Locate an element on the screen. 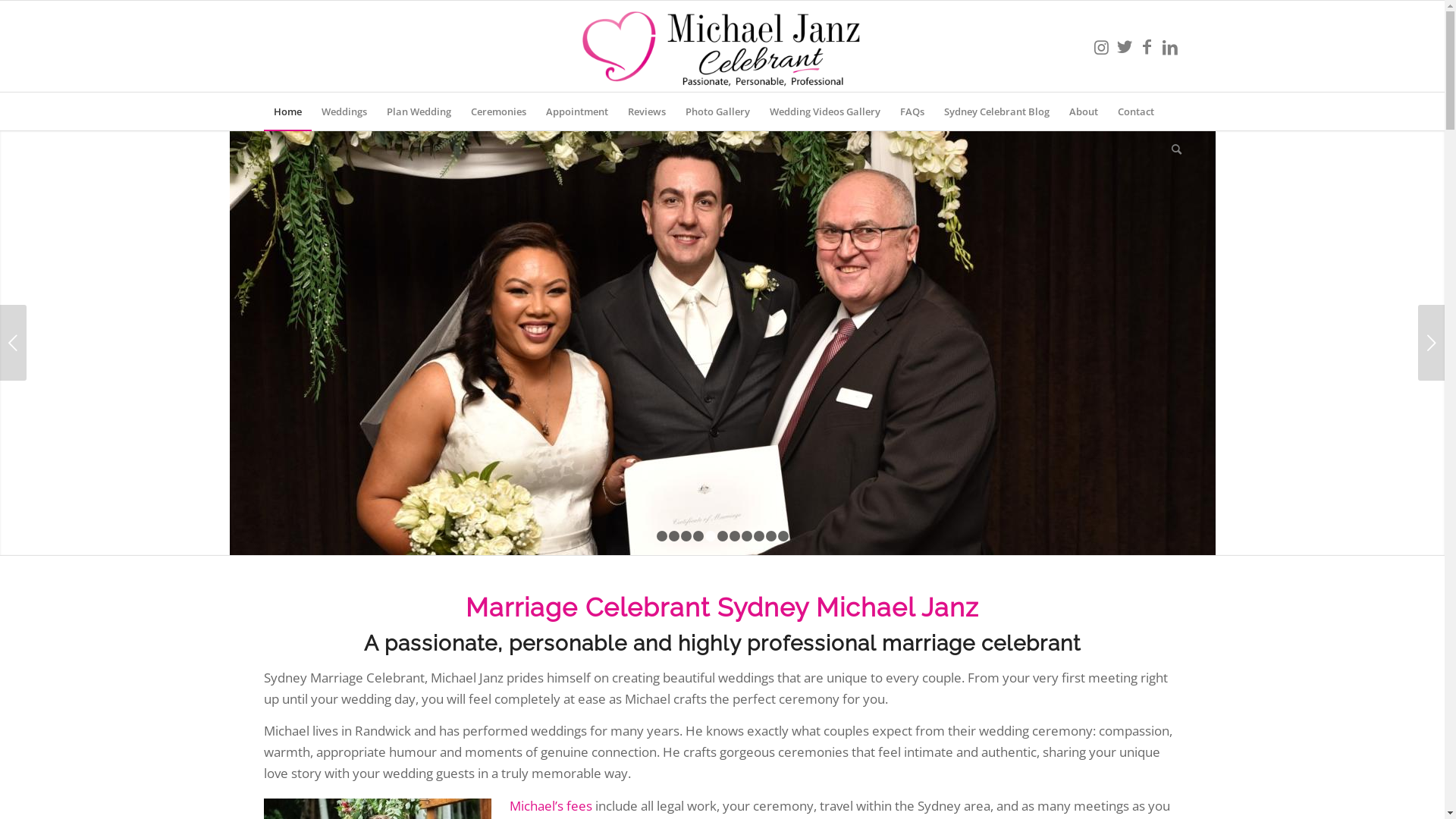  'Instagram' is located at coordinates (1102, 45).